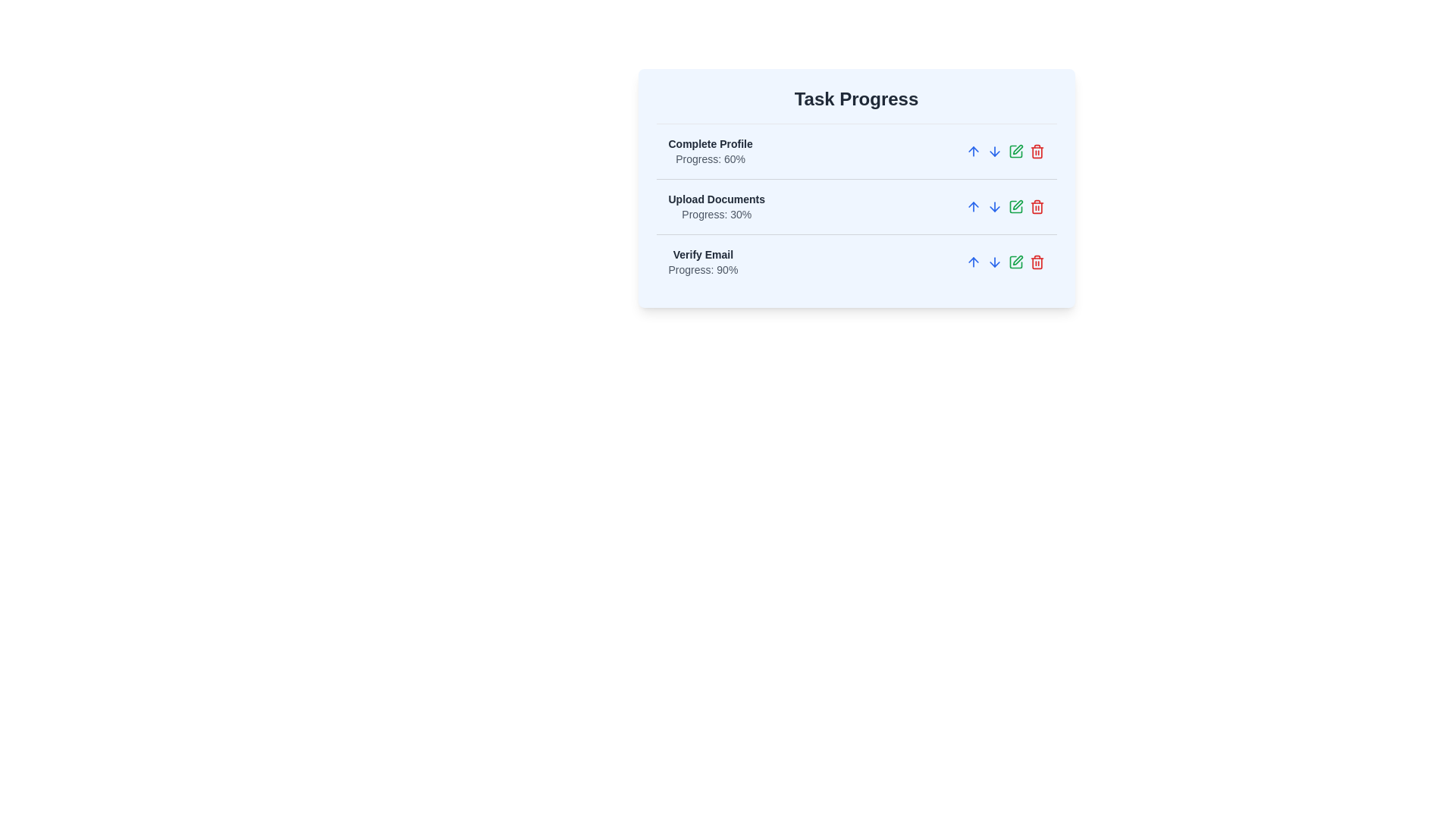 The width and height of the screenshot is (1456, 819). What do you see at coordinates (702, 262) in the screenshot?
I see `the Text label that displays 'Verify Email' and 'Progress: 90%' in a smaller font, which is the third element in a vertical list within a card, located below 'Upload Documents Progress: 30%'` at bounding box center [702, 262].